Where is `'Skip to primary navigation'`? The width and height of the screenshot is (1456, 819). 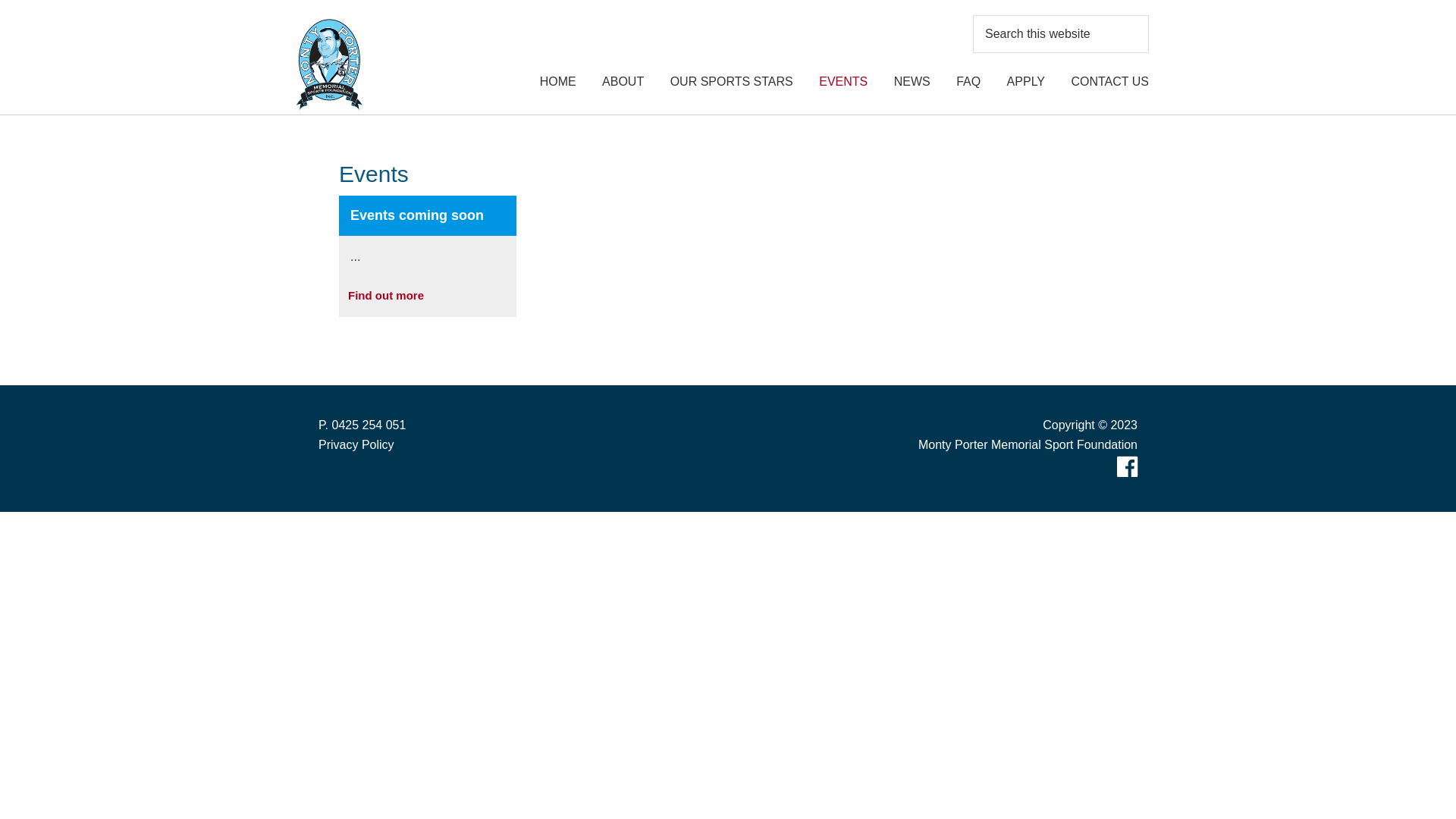
'Skip to primary navigation' is located at coordinates (0, 0).